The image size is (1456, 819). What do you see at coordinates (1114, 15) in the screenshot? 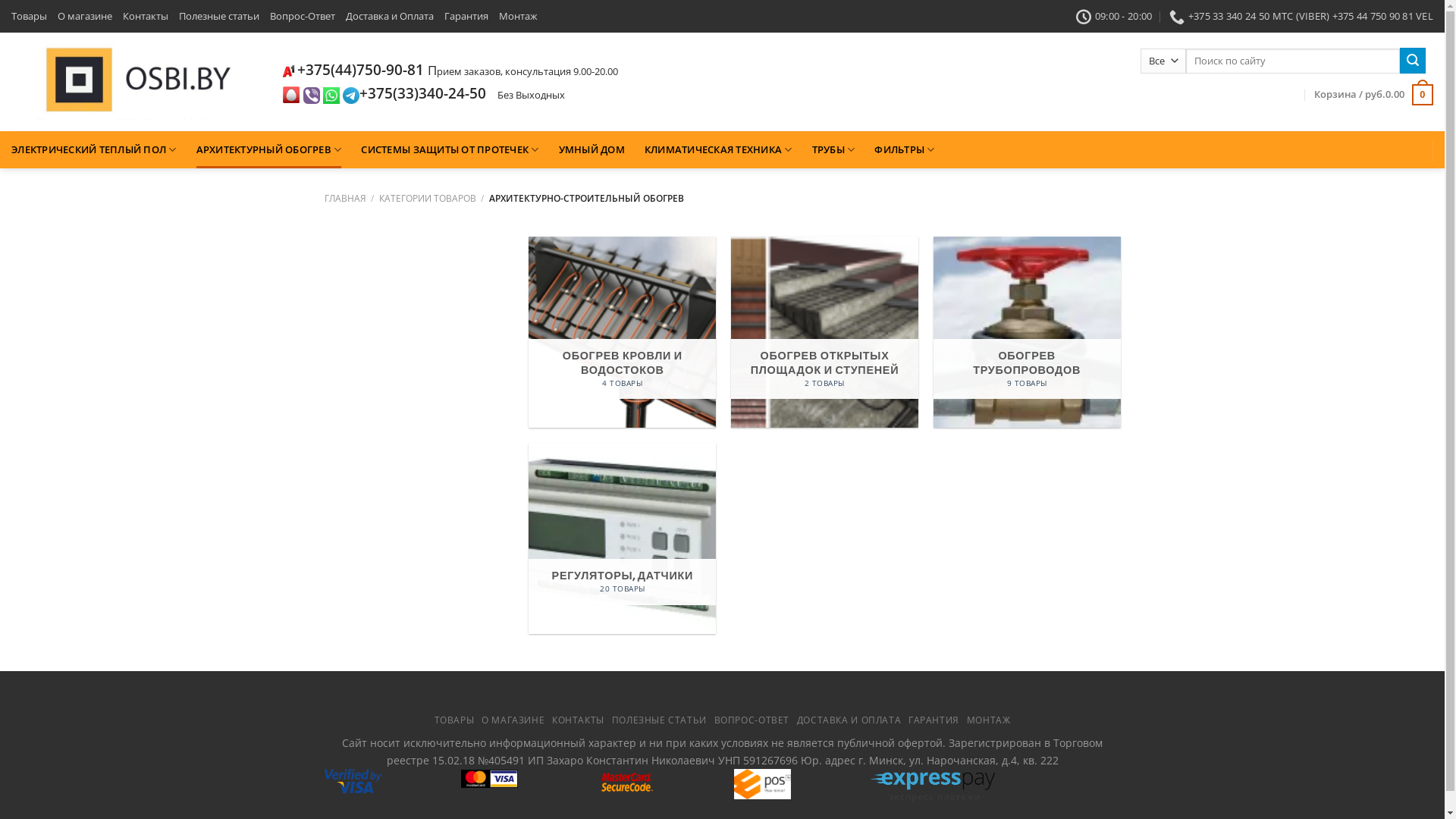
I see `'09:00 - 20:00'` at bounding box center [1114, 15].